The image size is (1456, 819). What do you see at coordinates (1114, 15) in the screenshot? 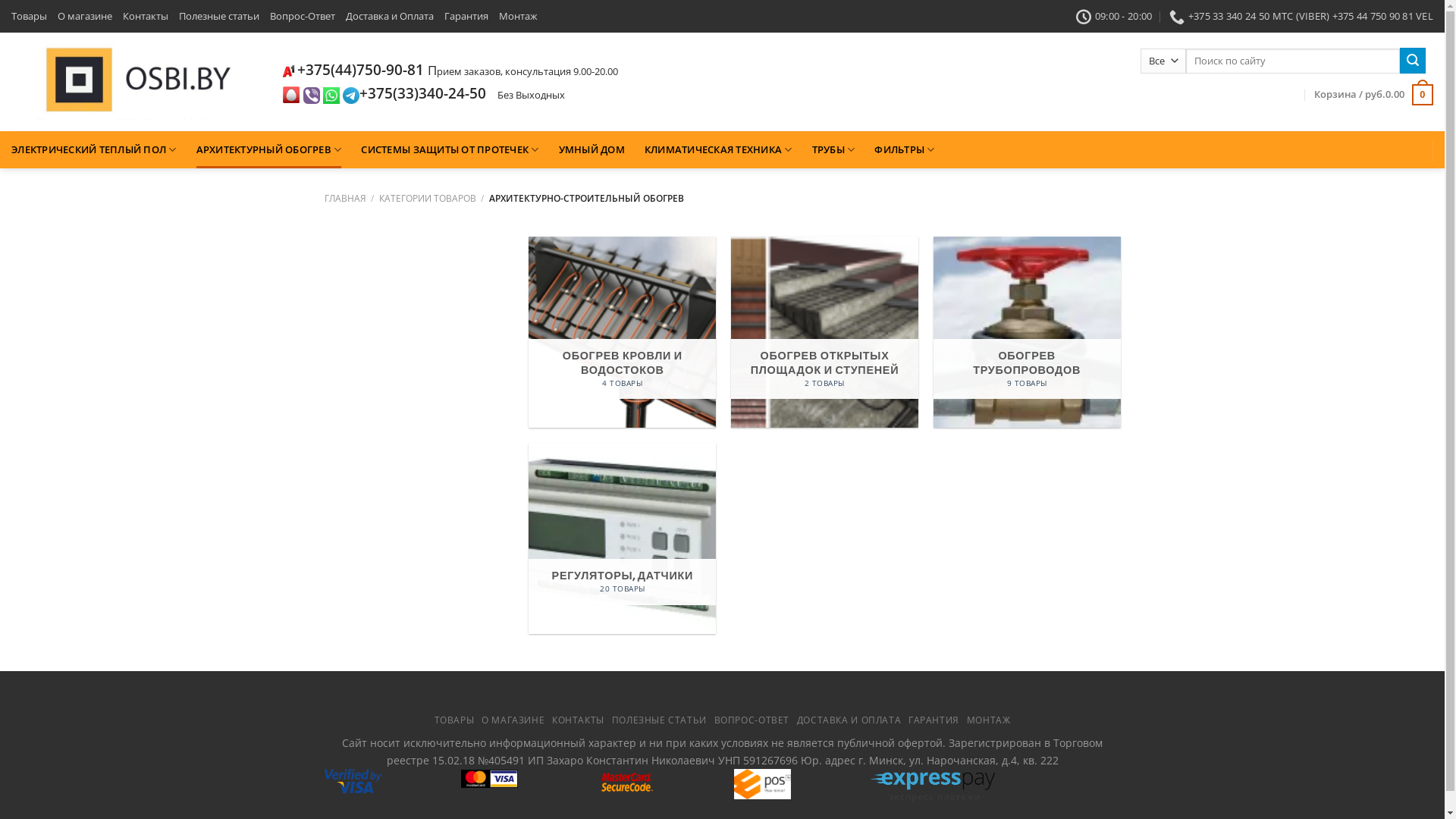
I see `'09:00 - 20:00'` at bounding box center [1114, 15].